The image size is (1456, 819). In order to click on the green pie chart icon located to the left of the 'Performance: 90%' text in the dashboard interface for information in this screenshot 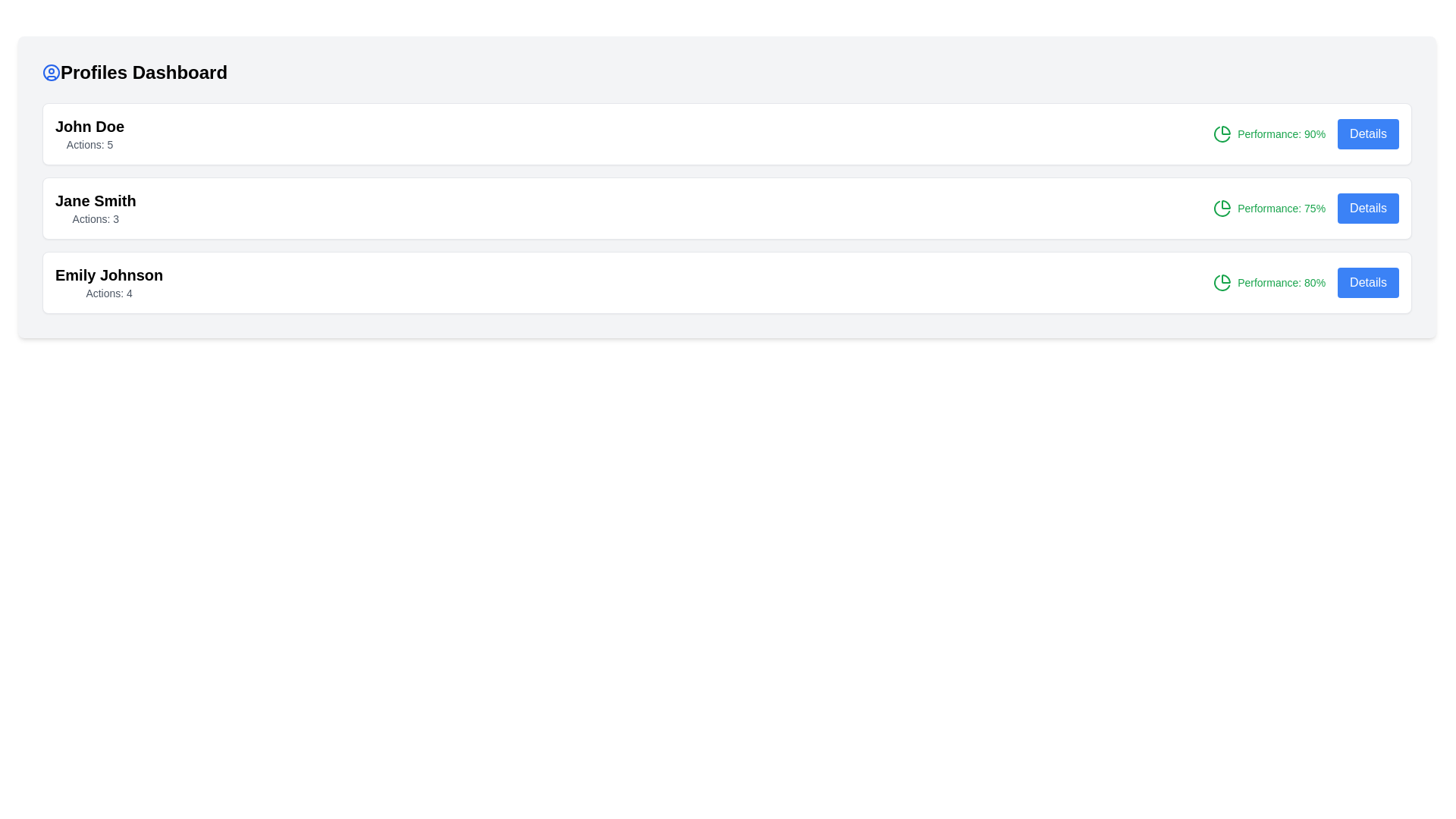, I will do `click(1222, 133)`.